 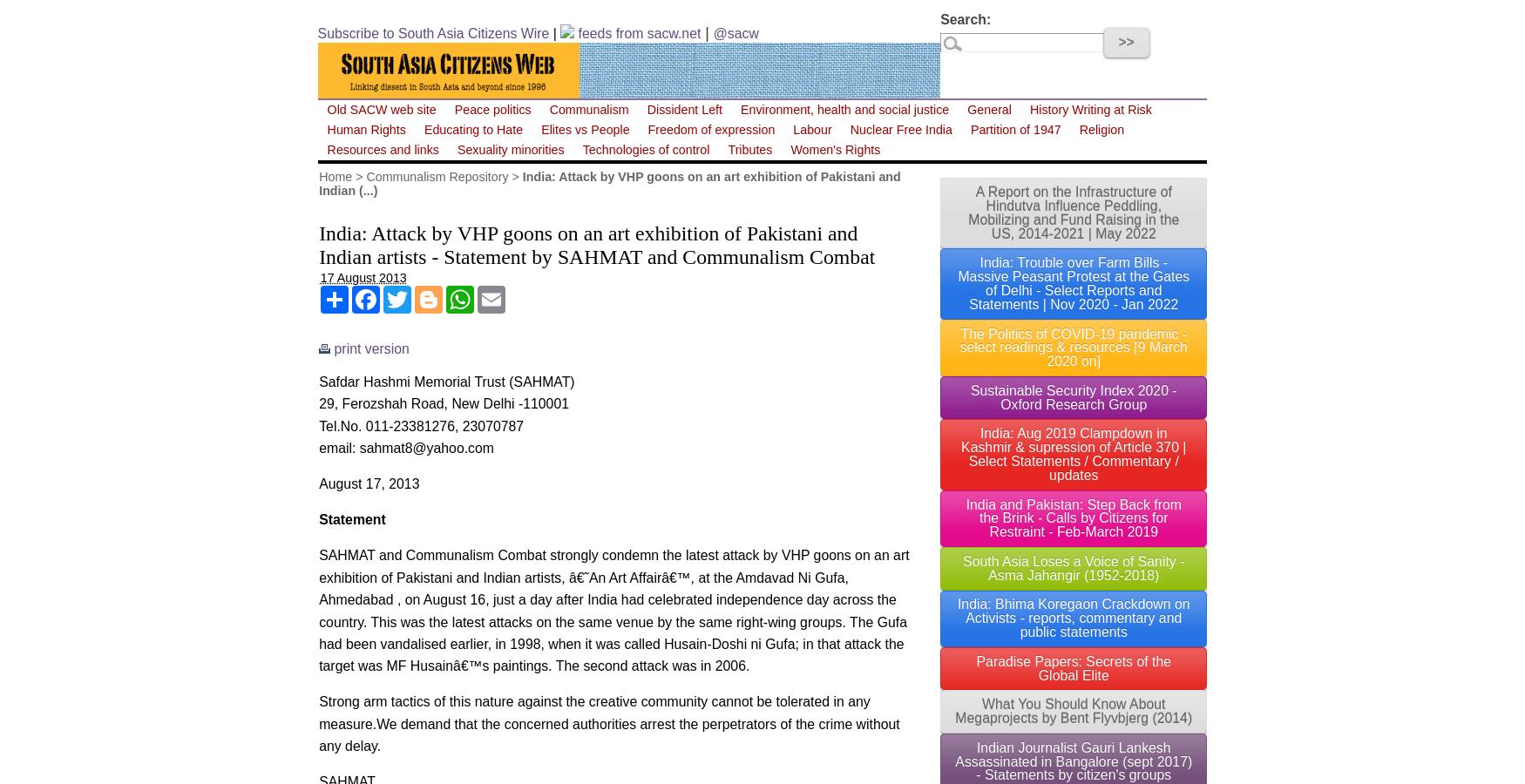 I want to click on 'South Asia Loses a Voice of Sanity - Asma Jahangir (1952-2018)', so click(x=962, y=567).